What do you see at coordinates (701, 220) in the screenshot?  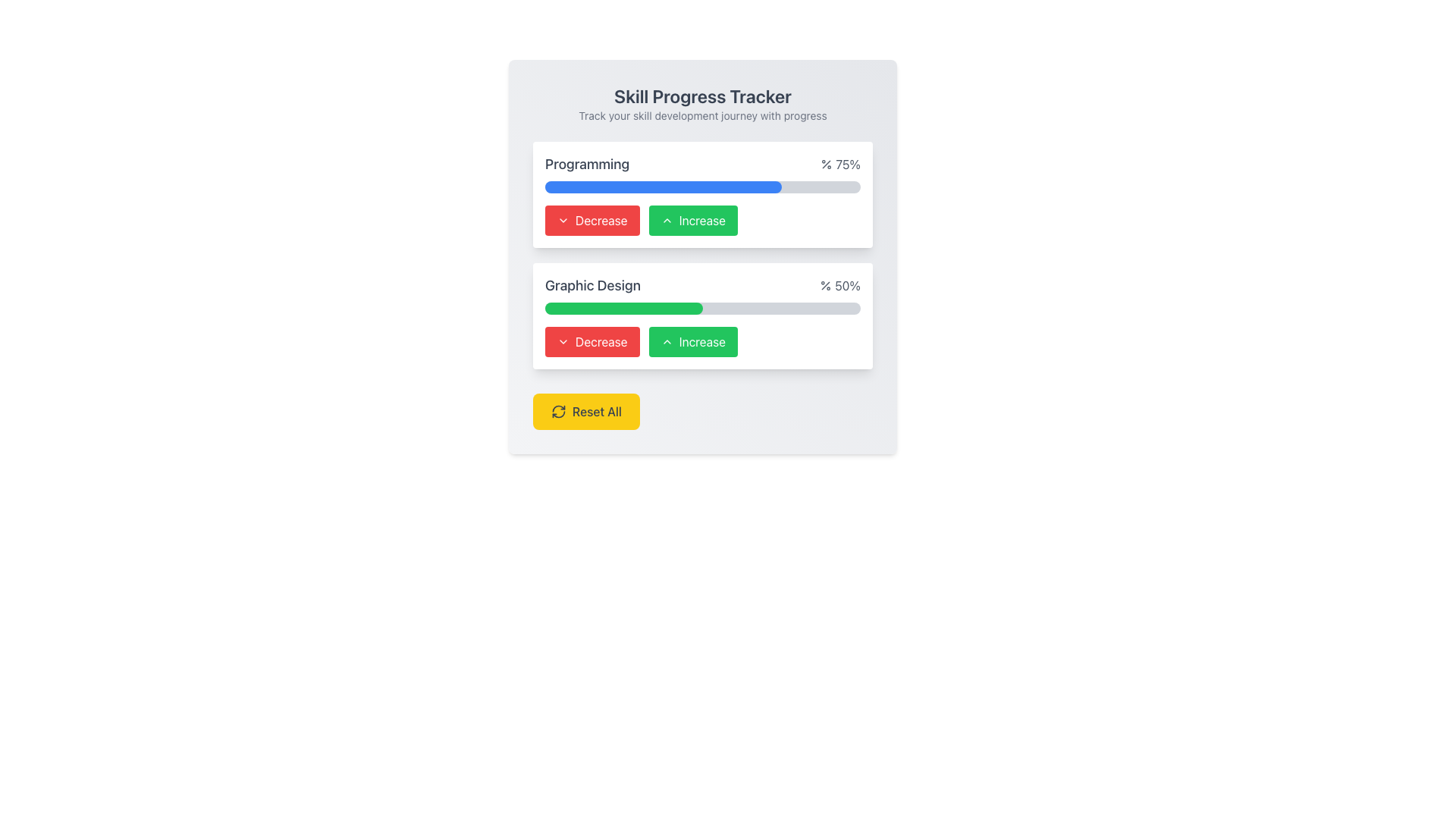 I see `the green 'Increase' button with a chevron-up icon, which is located immediately to the right of the red 'Decrease' button under the 'Programming' progress bar` at bounding box center [701, 220].